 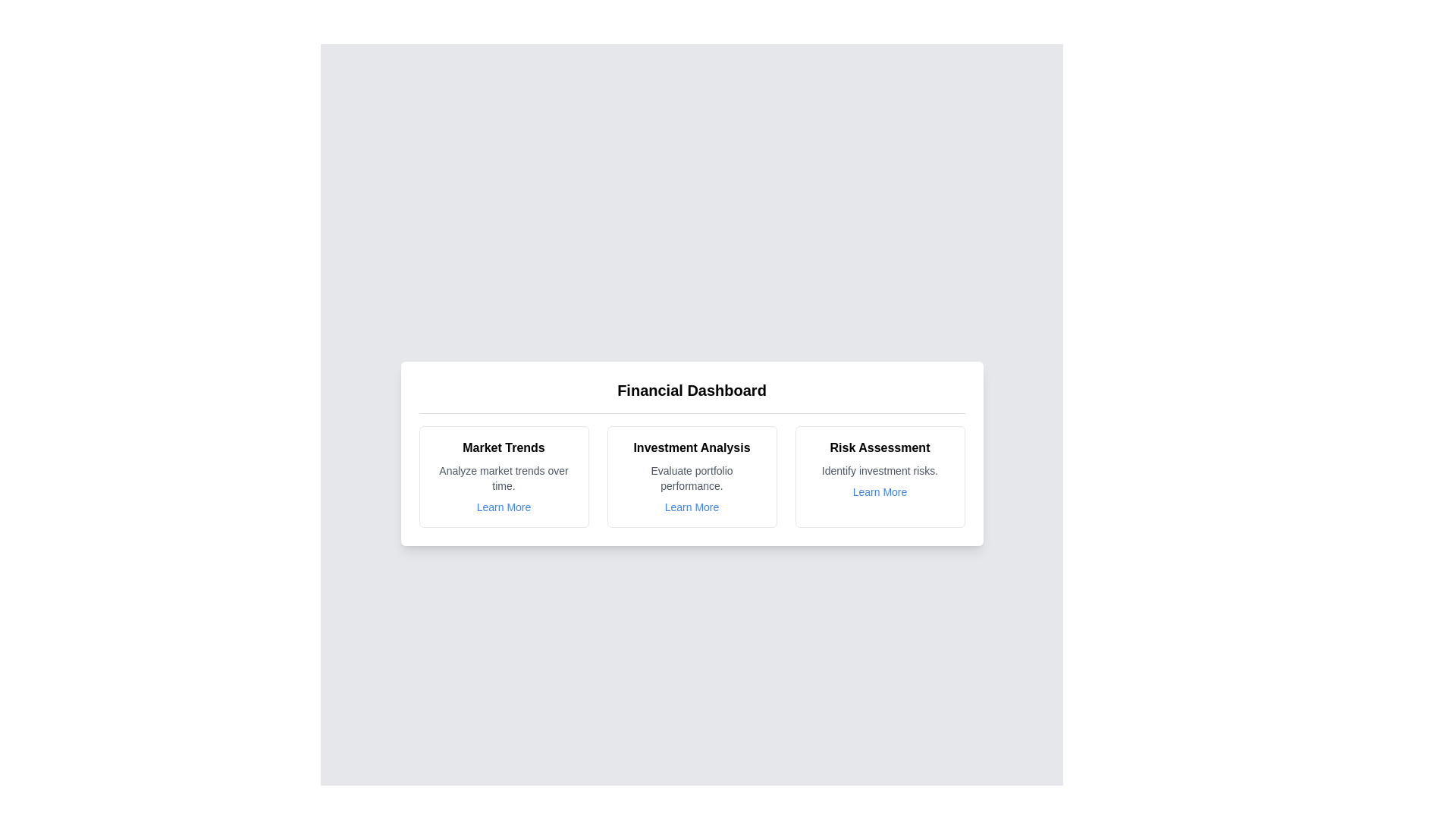 What do you see at coordinates (691, 475) in the screenshot?
I see `the card corresponding to Investment Analysis to inspect its details` at bounding box center [691, 475].